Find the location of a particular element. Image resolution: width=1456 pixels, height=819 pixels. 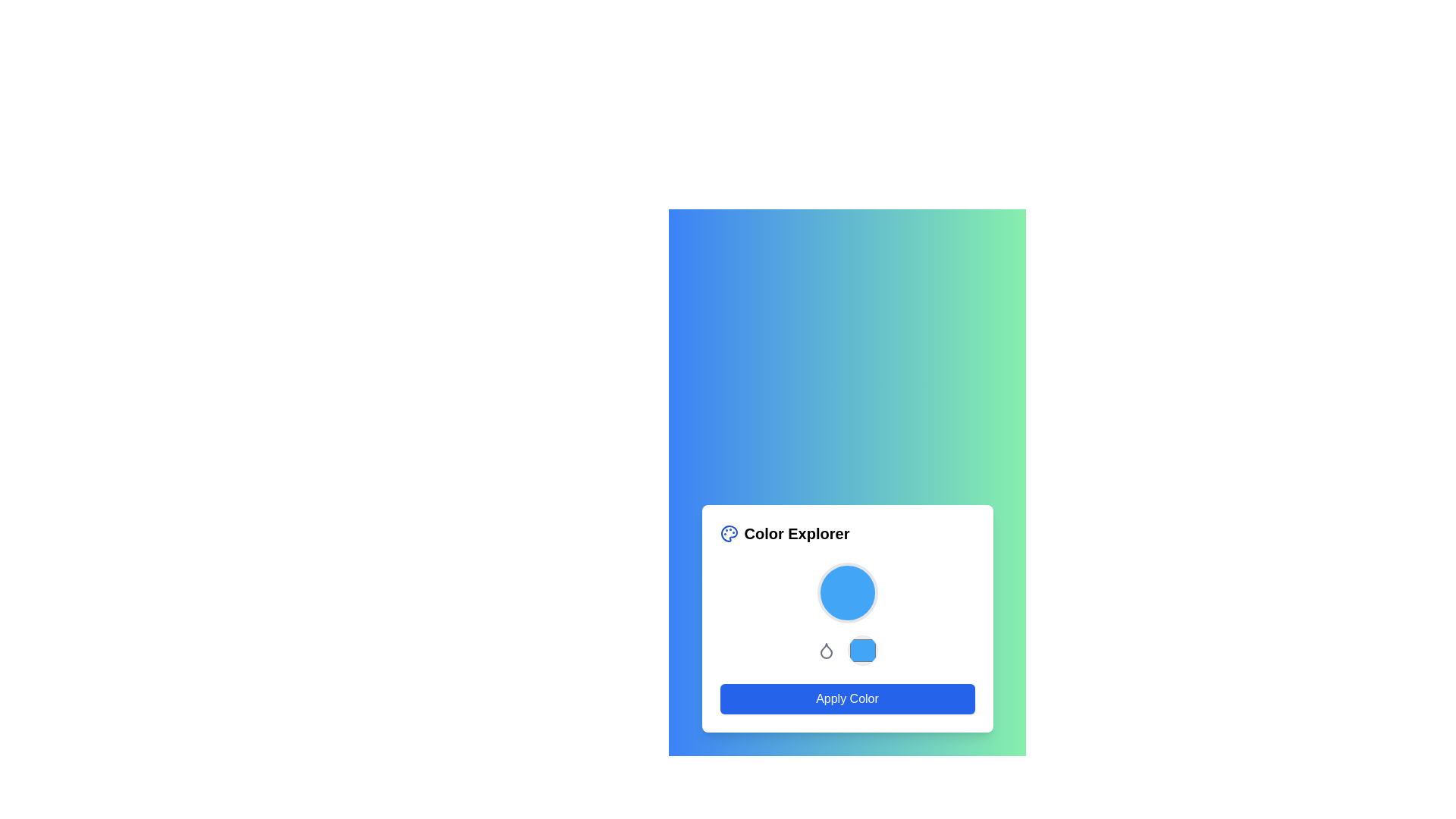

the small blue outlined palette icon representing artistic functionality, located to the left of the 'Color Explorer' text in the header area of the white card is located at coordinates (729, 533).